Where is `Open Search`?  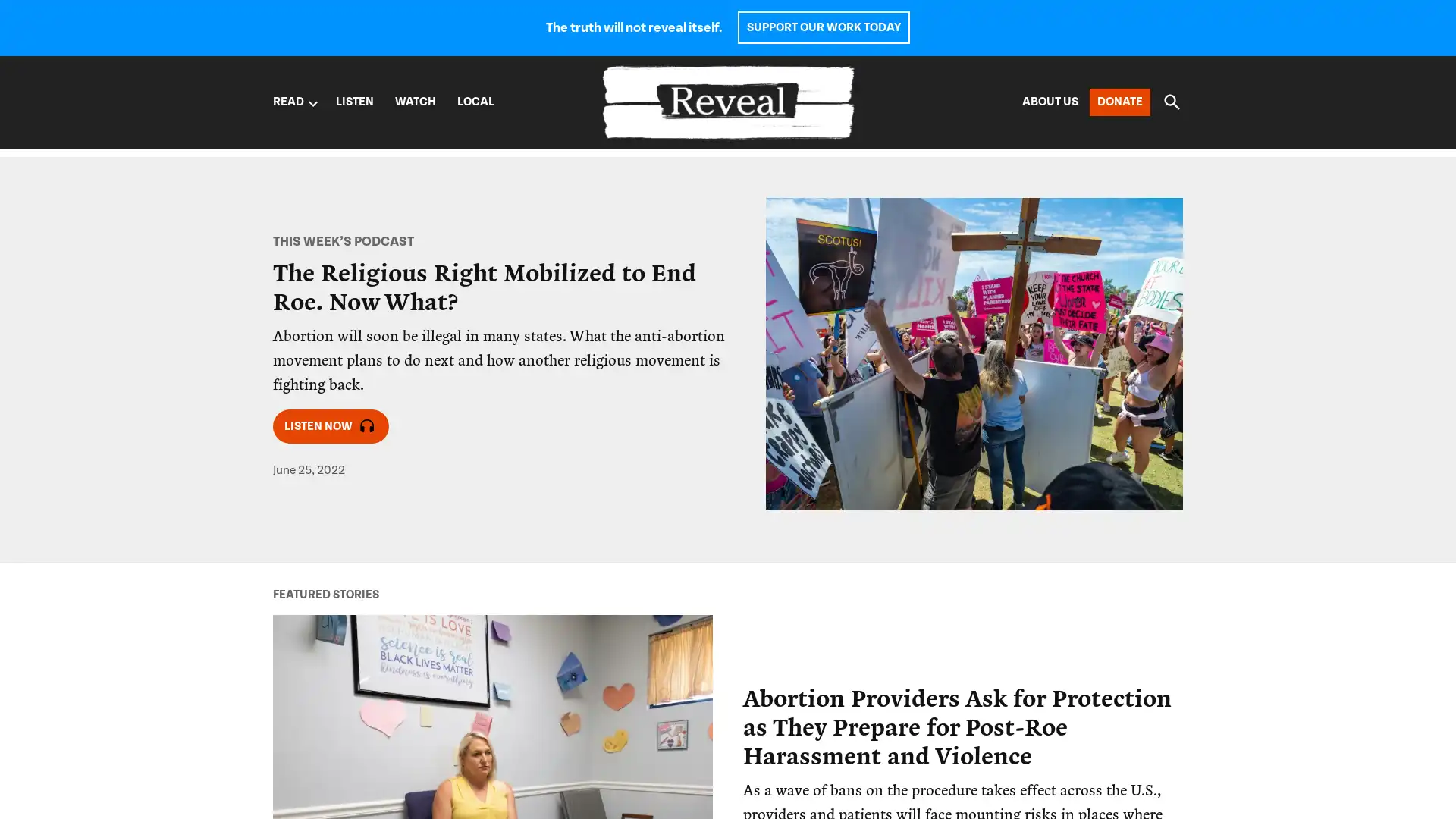 Open Search is located at coordinates (1171, 102).